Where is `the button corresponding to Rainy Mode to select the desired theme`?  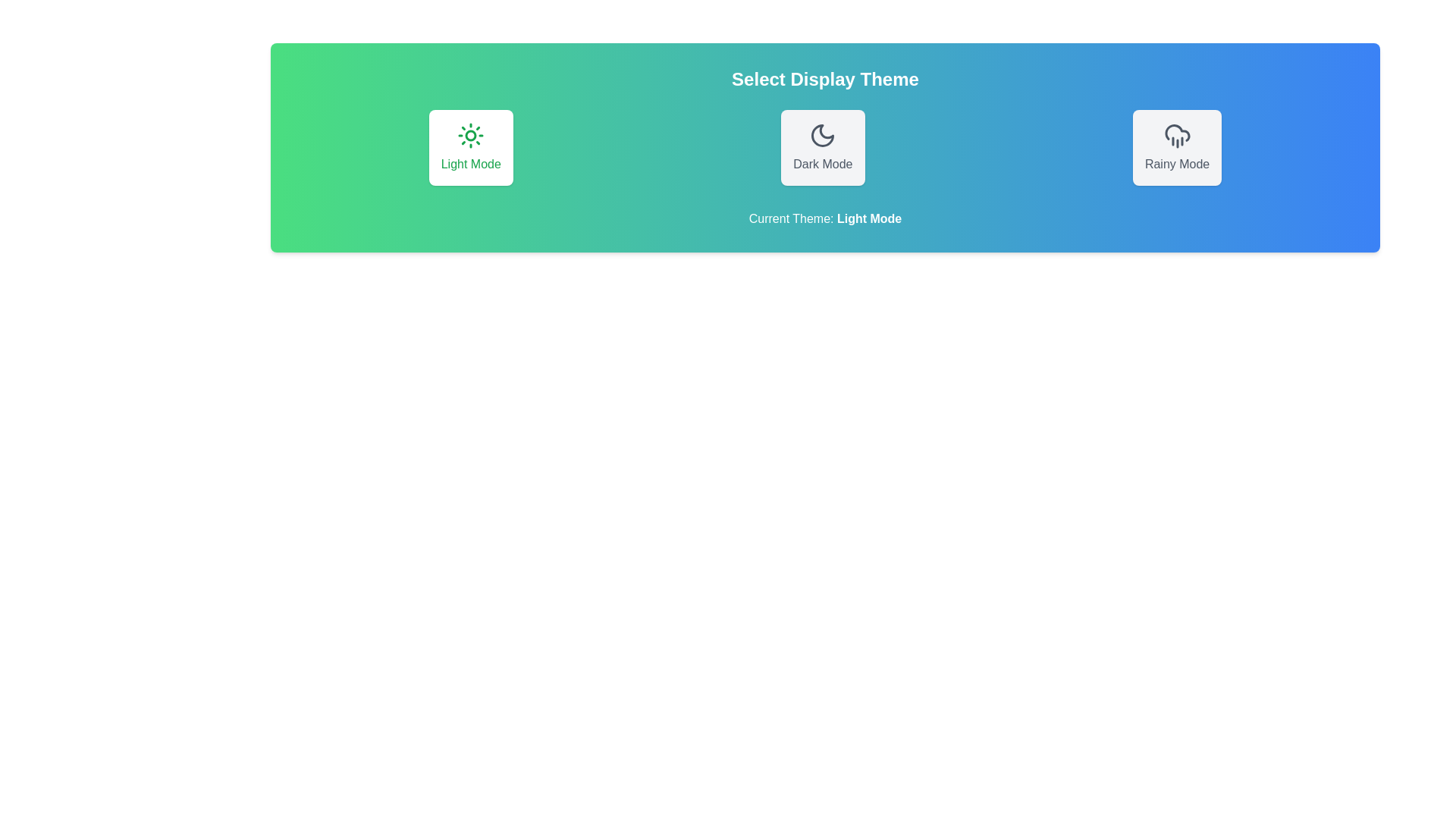 the button corresponding to Rainy Mode to select the desired theme is located at coordinates (1177, 148).